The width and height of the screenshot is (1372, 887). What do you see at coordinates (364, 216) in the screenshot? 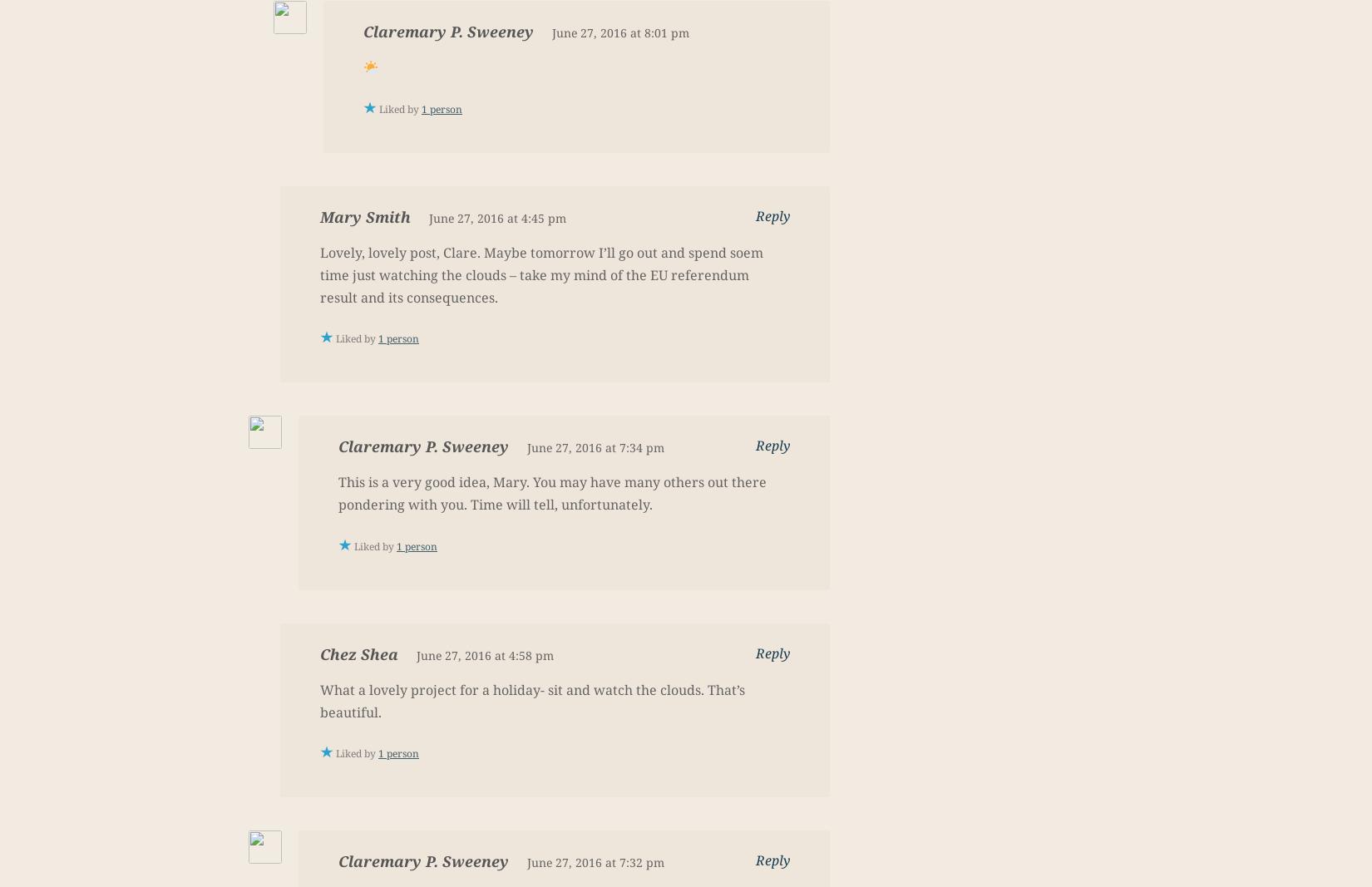
I see `'Mary Smith'` at bounding box center [364, 216].